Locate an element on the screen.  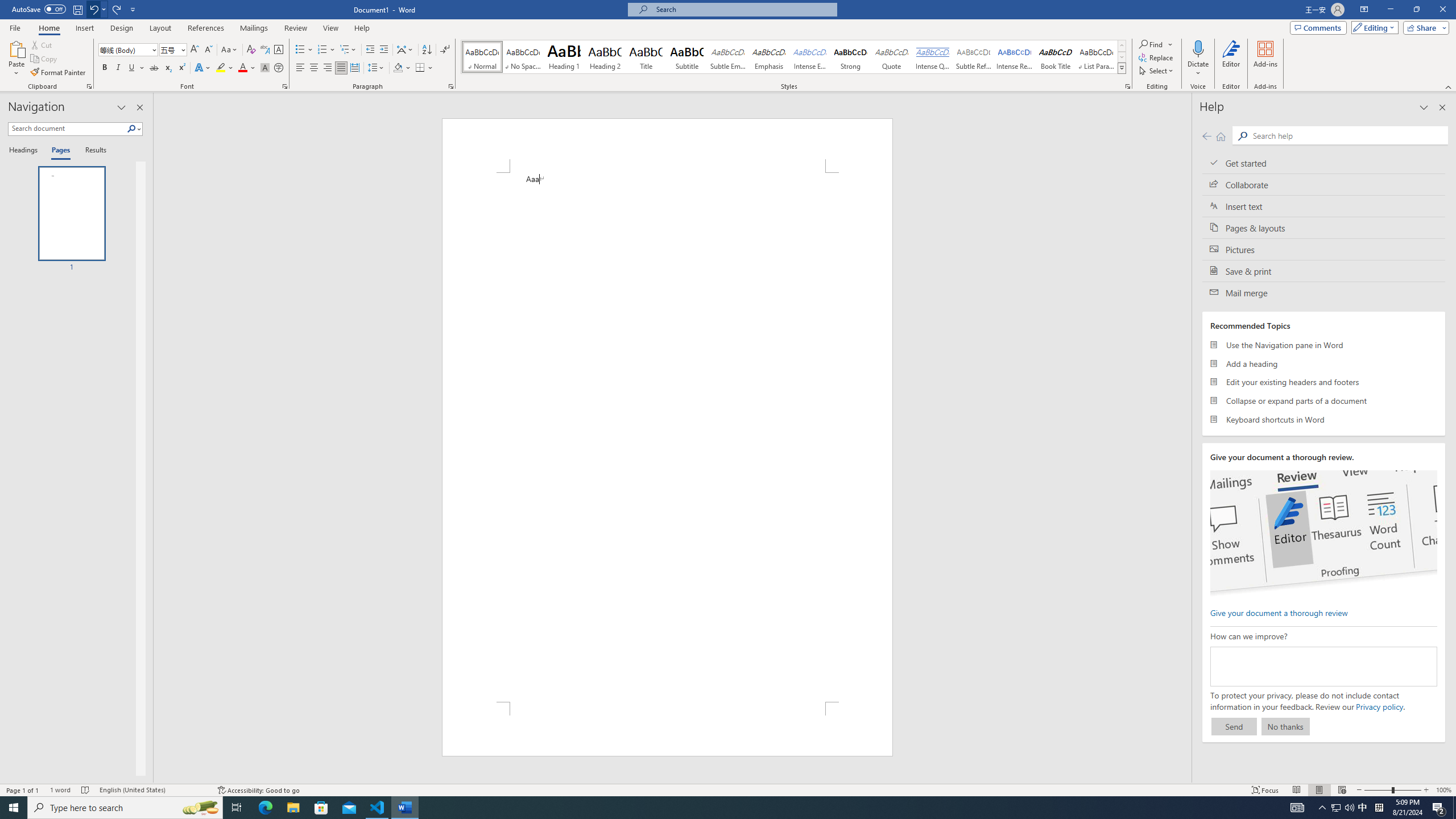
'Spelling and Grammar Check No Errors' is located at coordinates (85, 790).